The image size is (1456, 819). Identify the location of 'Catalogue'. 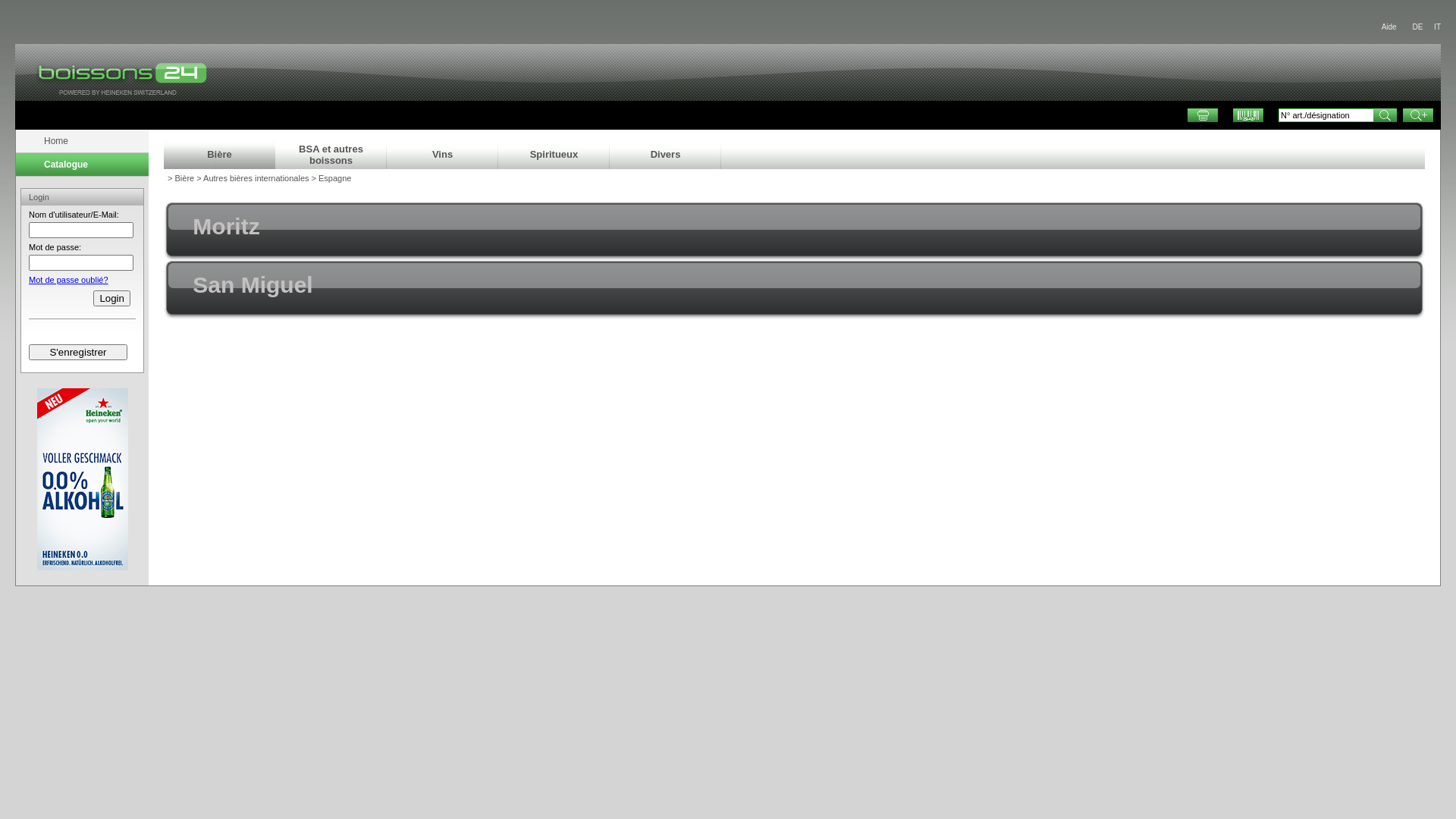
(81, 164).